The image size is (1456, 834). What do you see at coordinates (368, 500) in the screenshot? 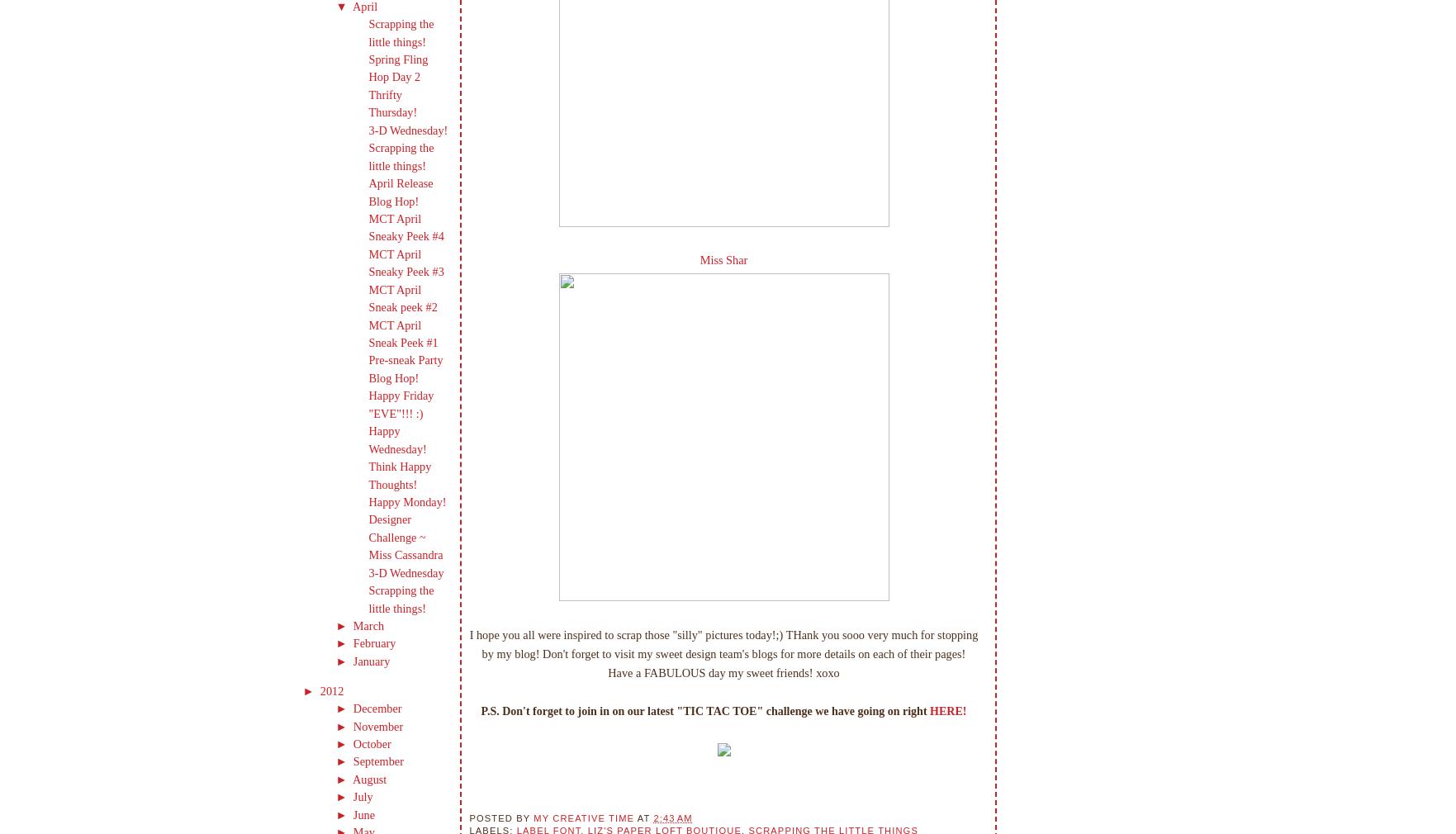
I see `'Happy Monday!'` at bounding box center [368, 500].